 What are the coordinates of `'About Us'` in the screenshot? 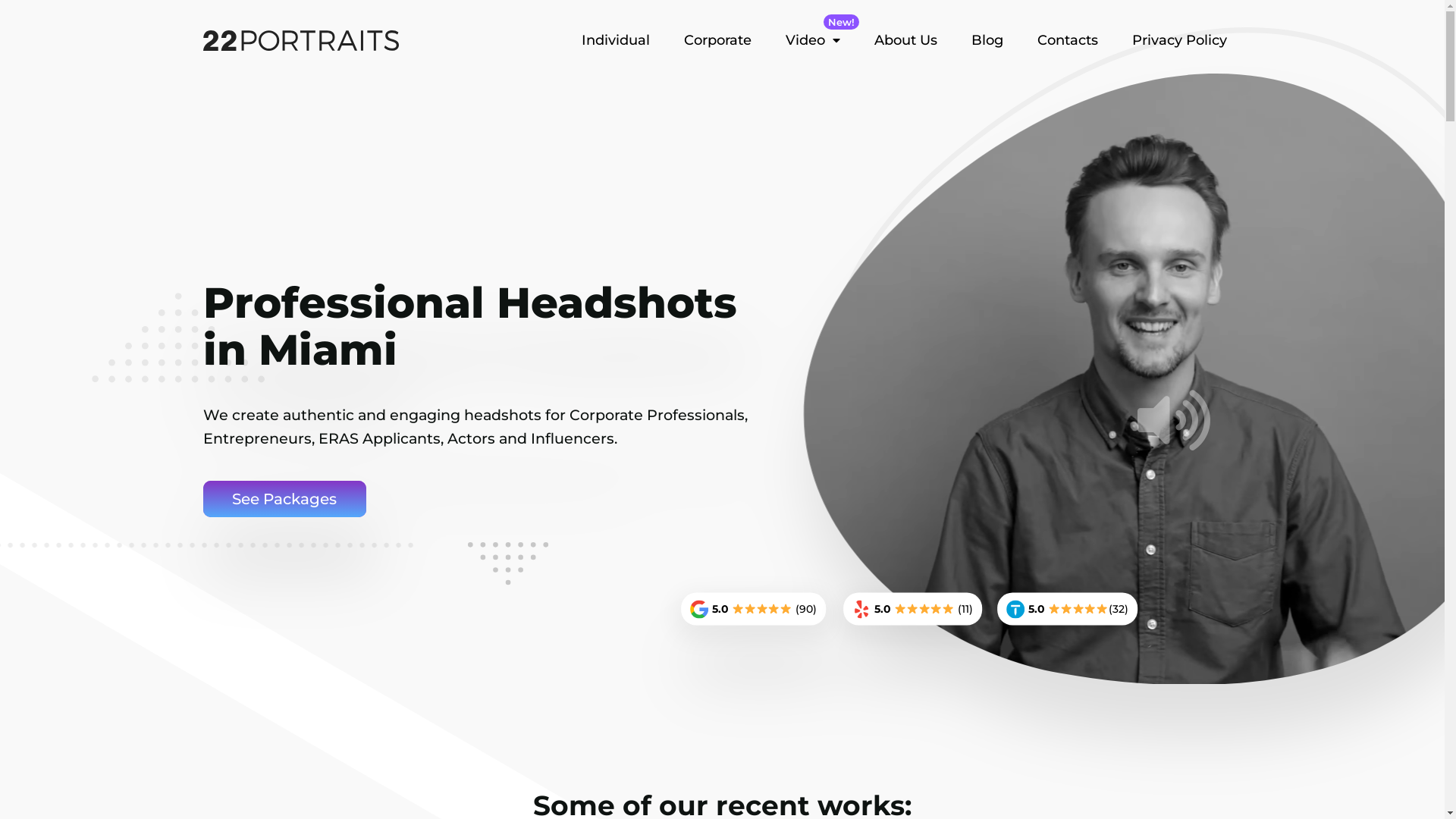 It's located at (858, 39).